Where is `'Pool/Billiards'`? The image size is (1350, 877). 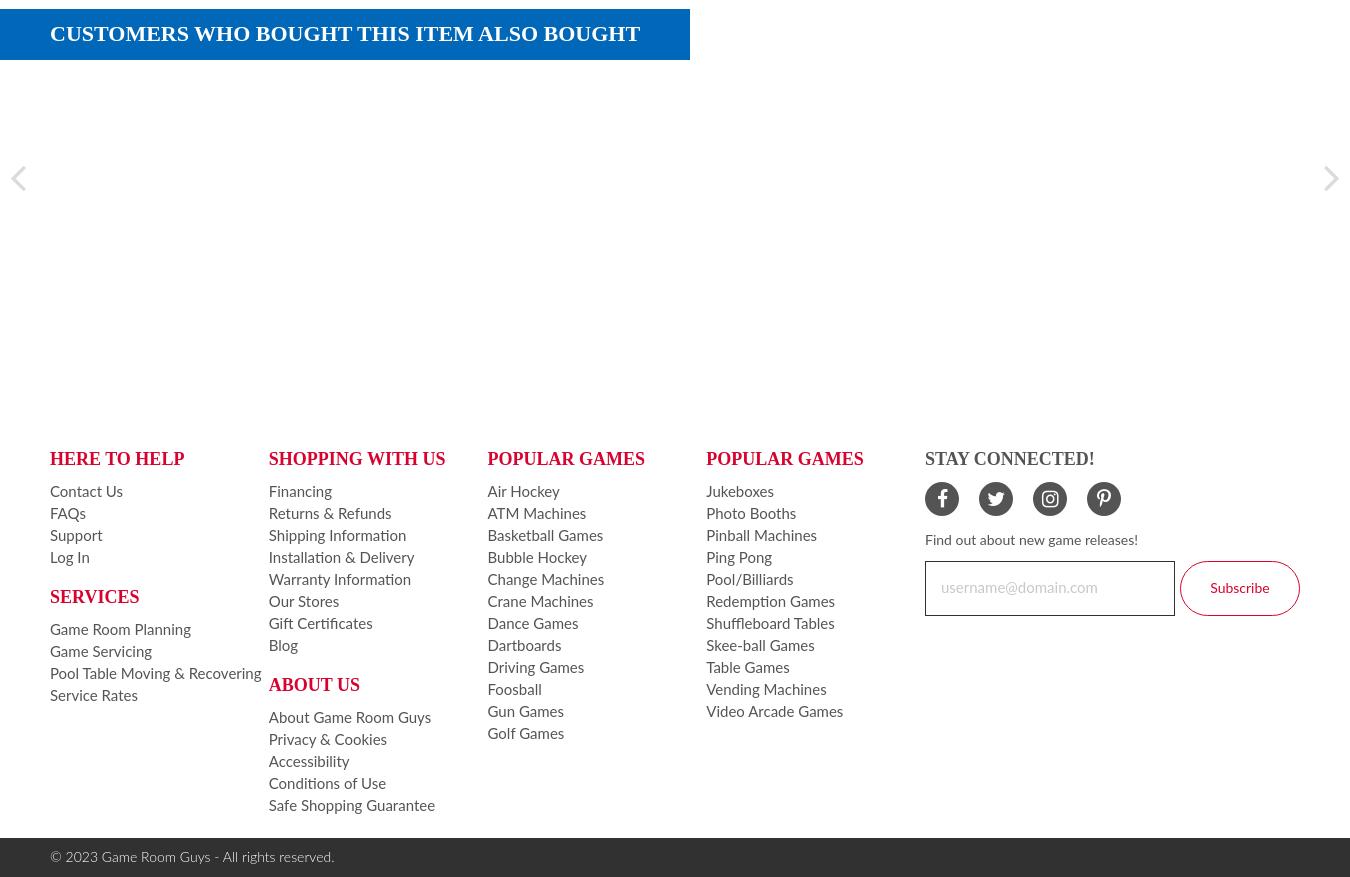
'Pool/Billiards' is located at coordinates (705, 579).